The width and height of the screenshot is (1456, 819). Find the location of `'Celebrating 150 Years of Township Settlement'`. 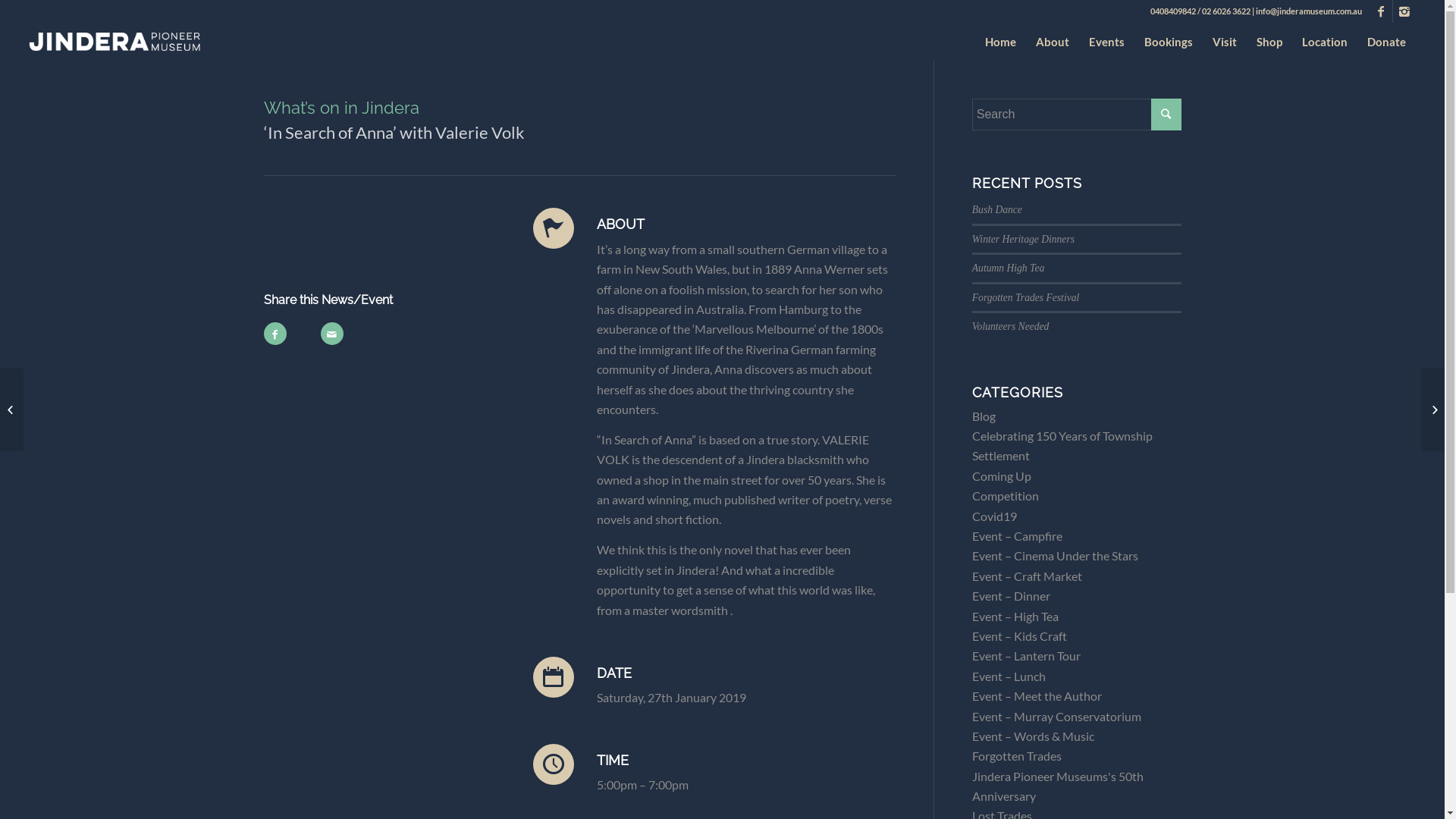

'Celebrating 150 Years of Township Settlement' is located at coordinates (971, 444).